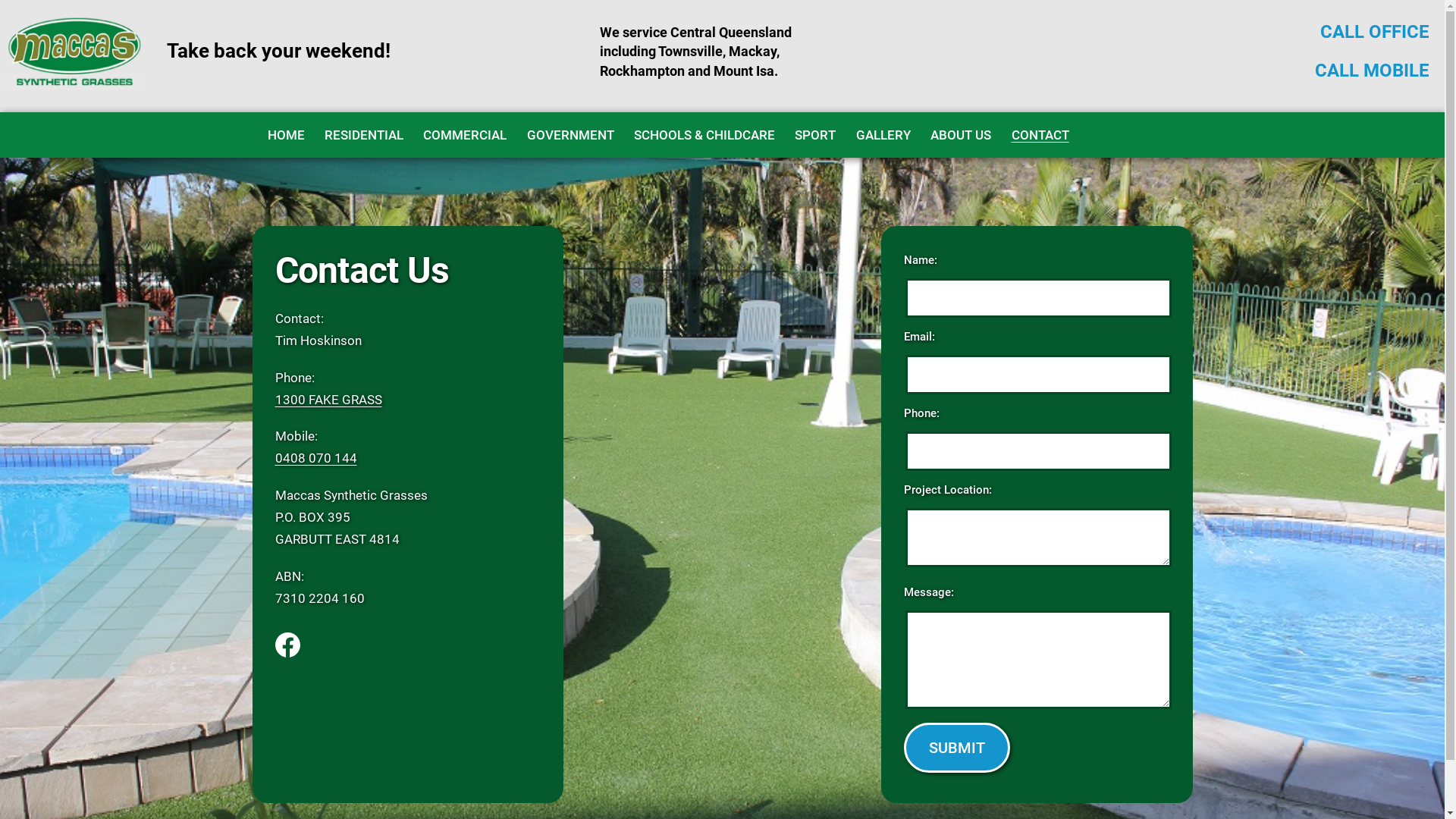 This screenshot has height=819, width=1456. Describe the element at coordinates (883, 133) in the screenshot. I see `'GALLERY'` at that location.